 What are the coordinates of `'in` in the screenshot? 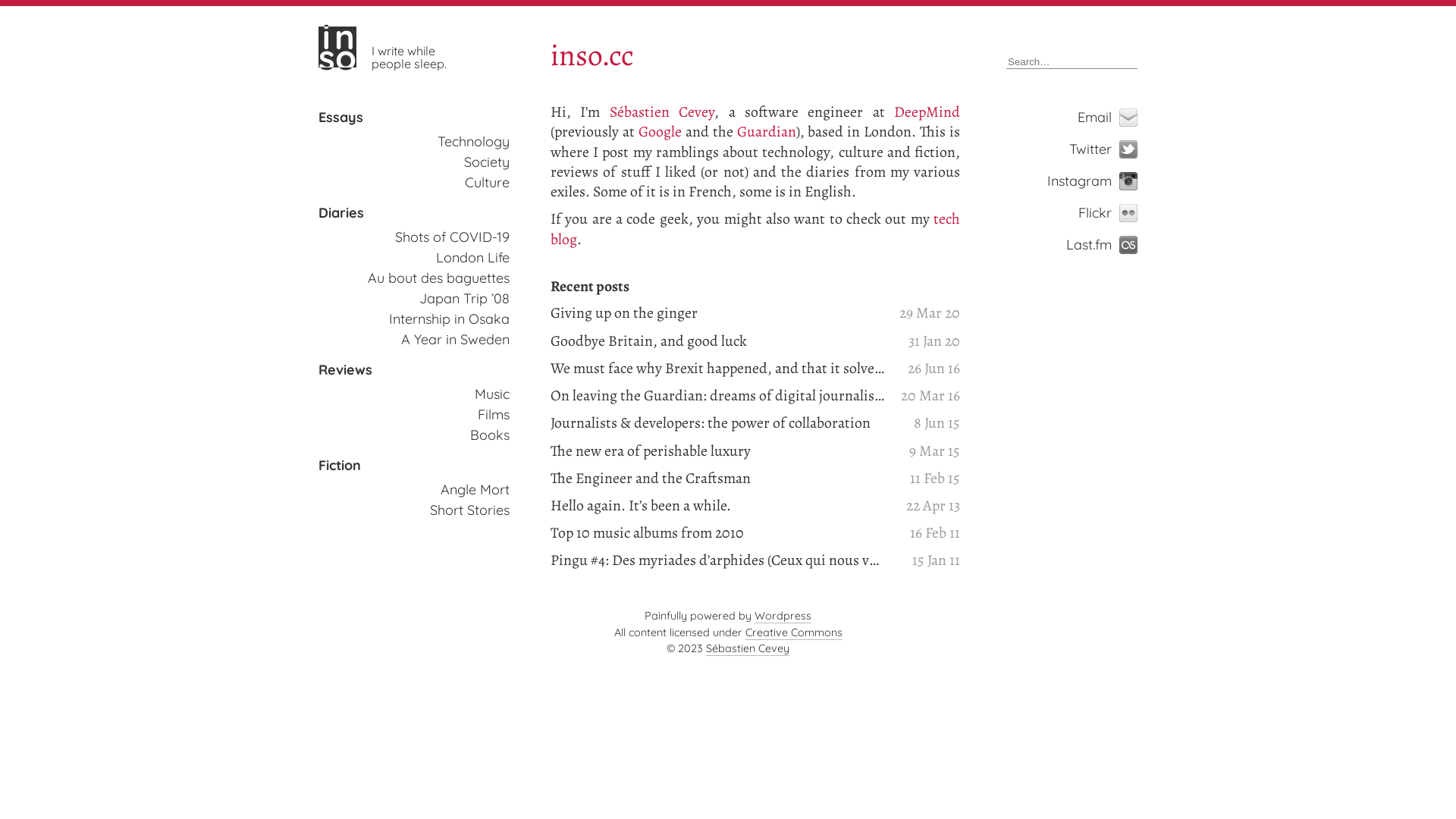 It's located at (318, 45).